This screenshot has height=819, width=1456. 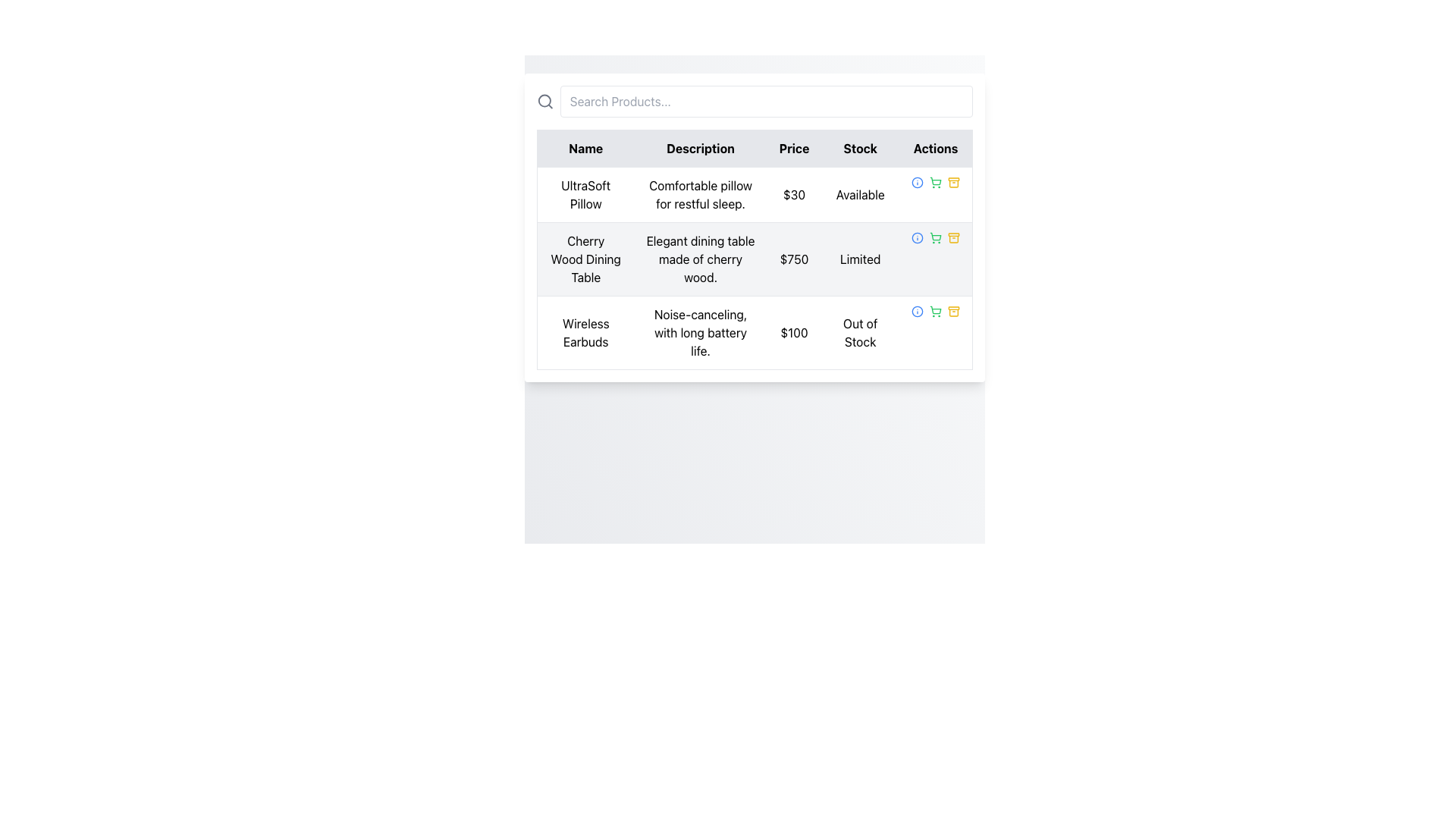 I want to click on the price label displaying the price of the 'UltraSoft Pillow' product, located in the third column of the product table, bordered by the description on the left and stock status on the right, so click(x=793, y=194).